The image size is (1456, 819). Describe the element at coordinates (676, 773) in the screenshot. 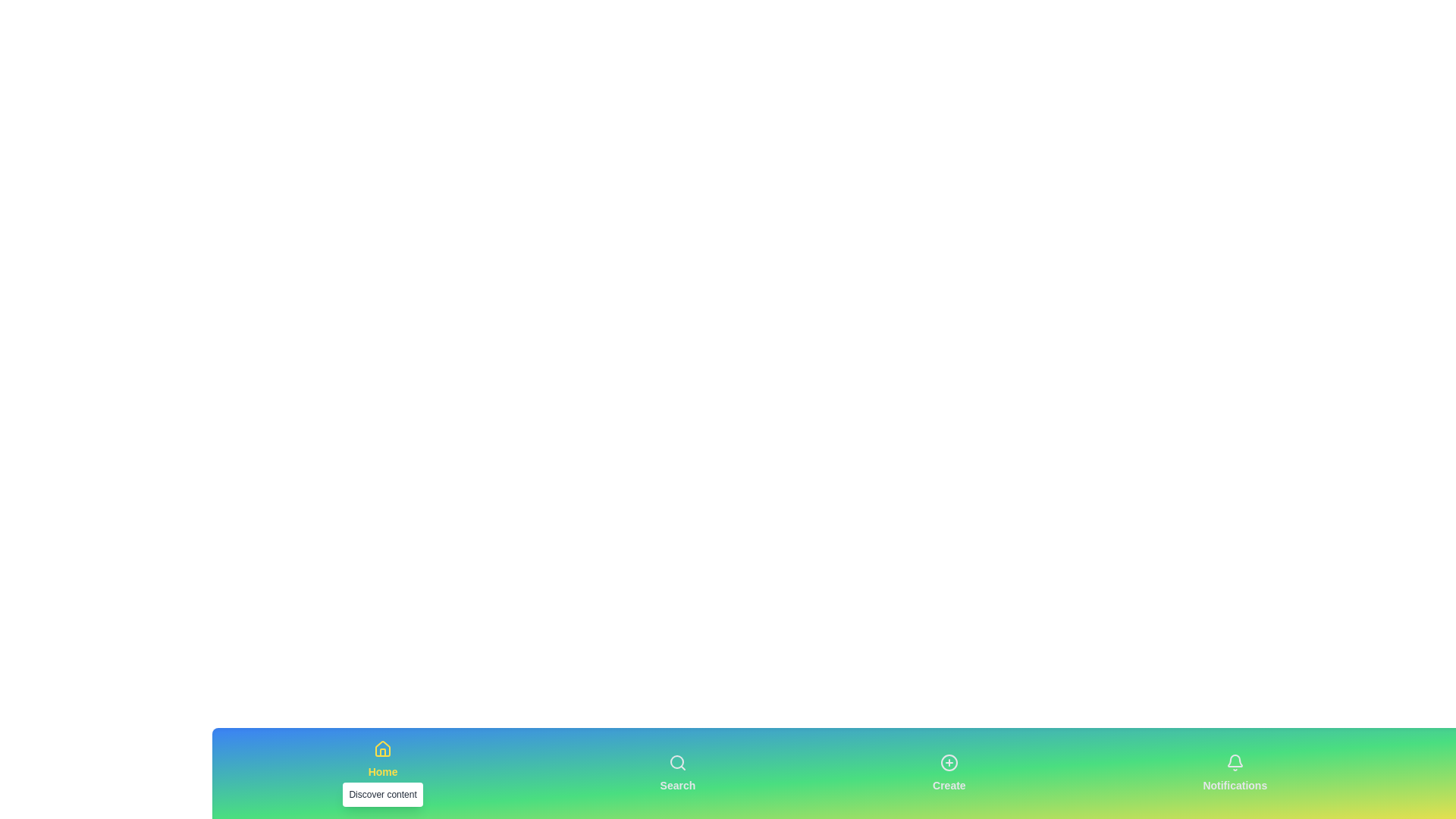

I see `the tab icon labeled 'Search' to observe the hover effect` at that location.